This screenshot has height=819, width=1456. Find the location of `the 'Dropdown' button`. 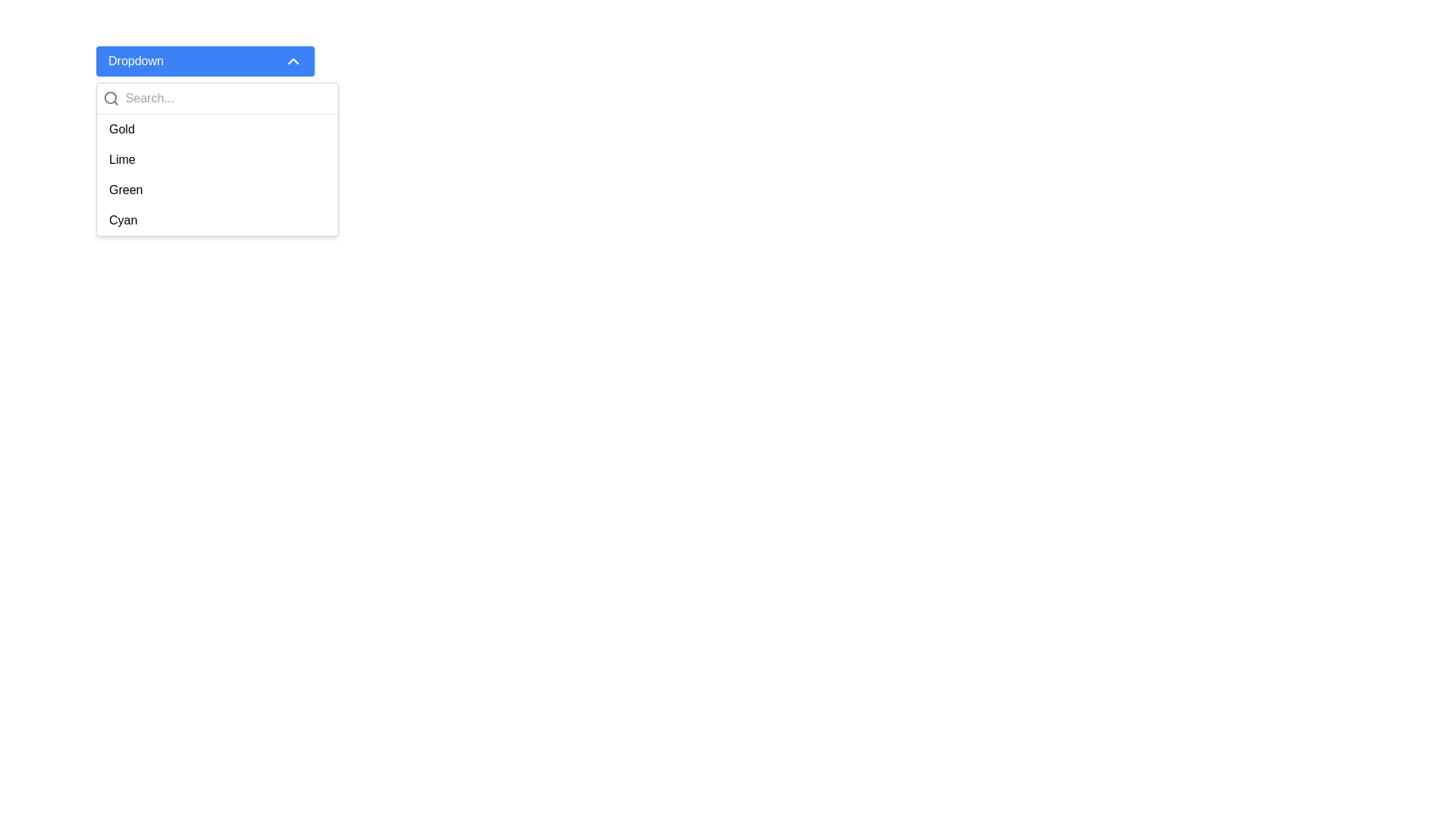

the 'Dropdown' button is located at coordinates (204, 61).